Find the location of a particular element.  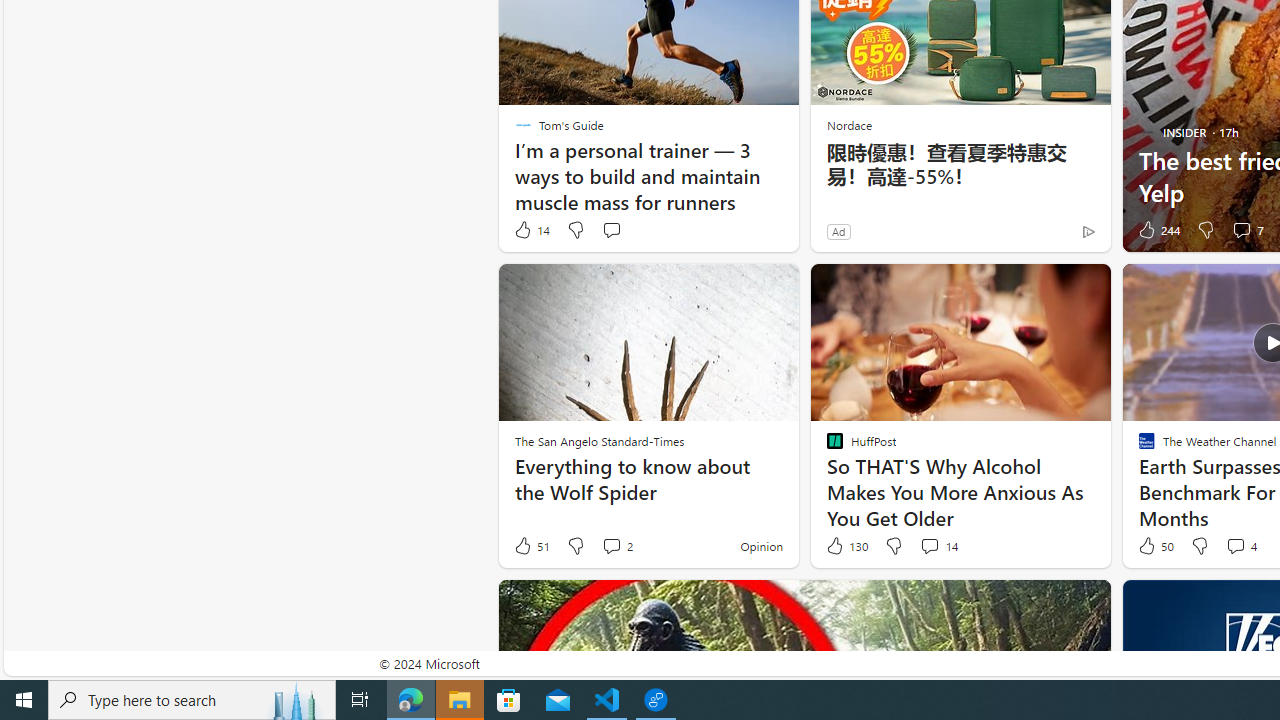

'14 Like' is located at coordinates (531, 229).